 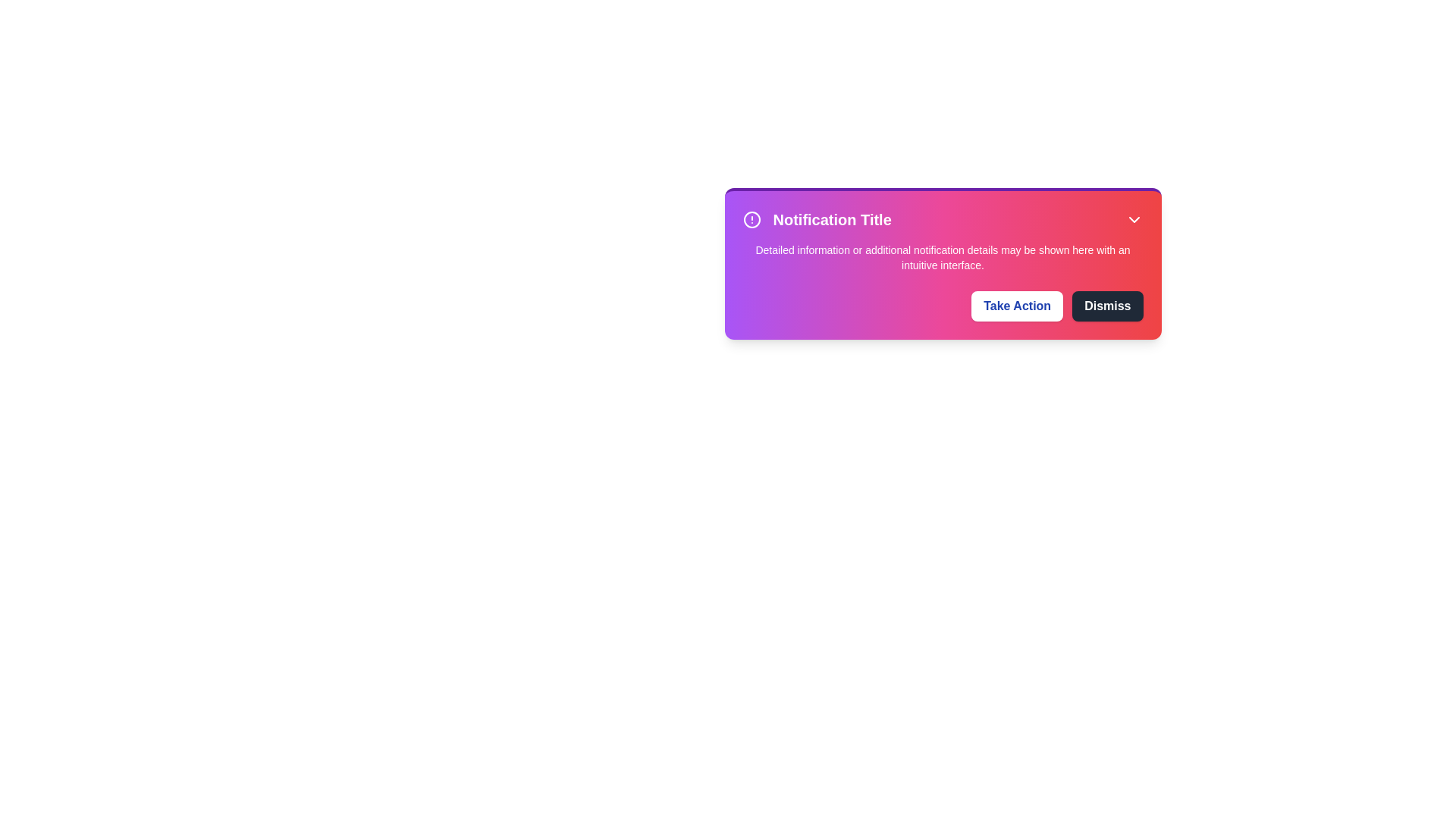 I want to click on 'Take Action' button to initiate the predefined action, so click(x=1016, y=306).